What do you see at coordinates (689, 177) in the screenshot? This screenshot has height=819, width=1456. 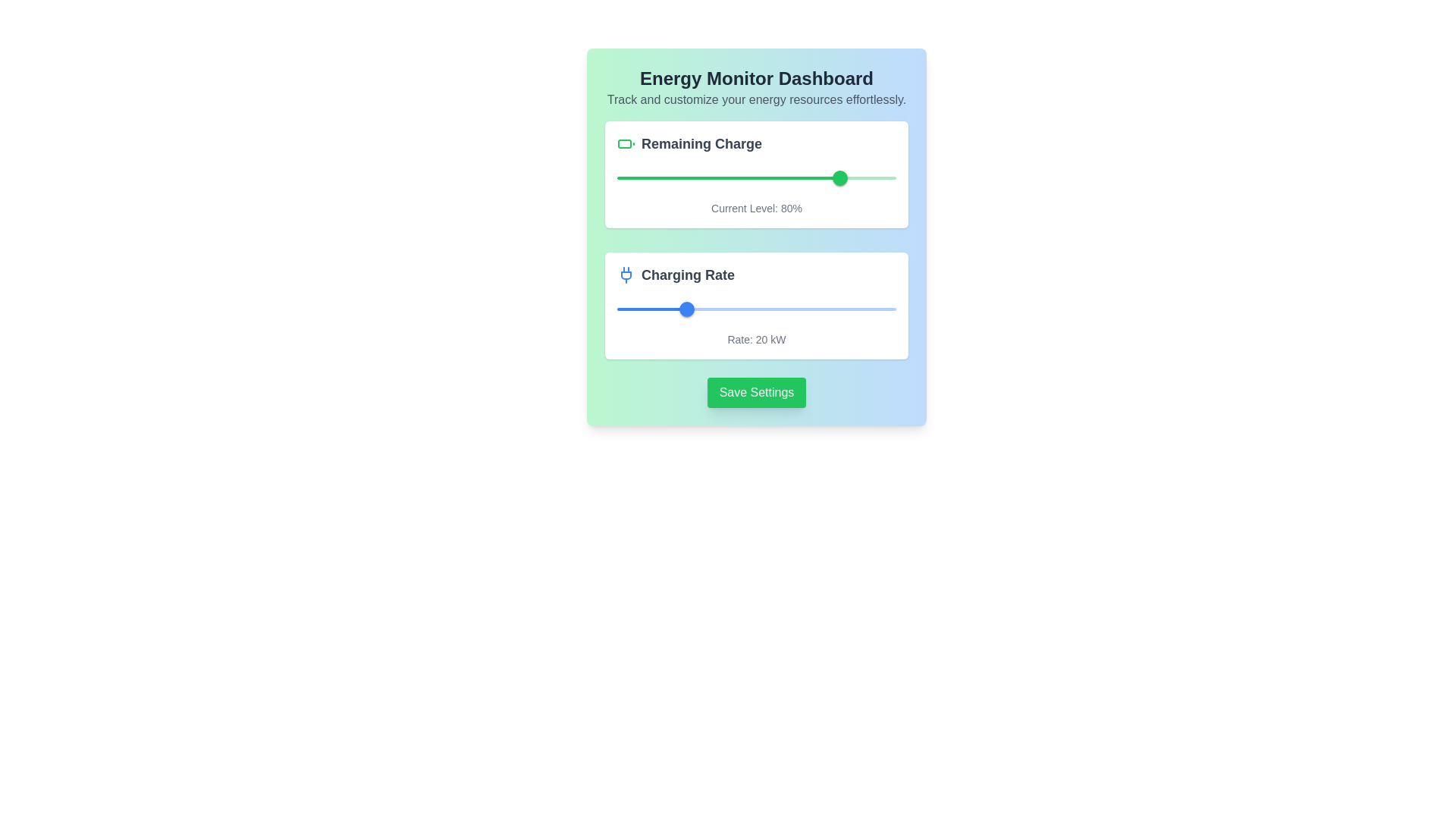 I see `slider value` at bounding box center [689, 177].